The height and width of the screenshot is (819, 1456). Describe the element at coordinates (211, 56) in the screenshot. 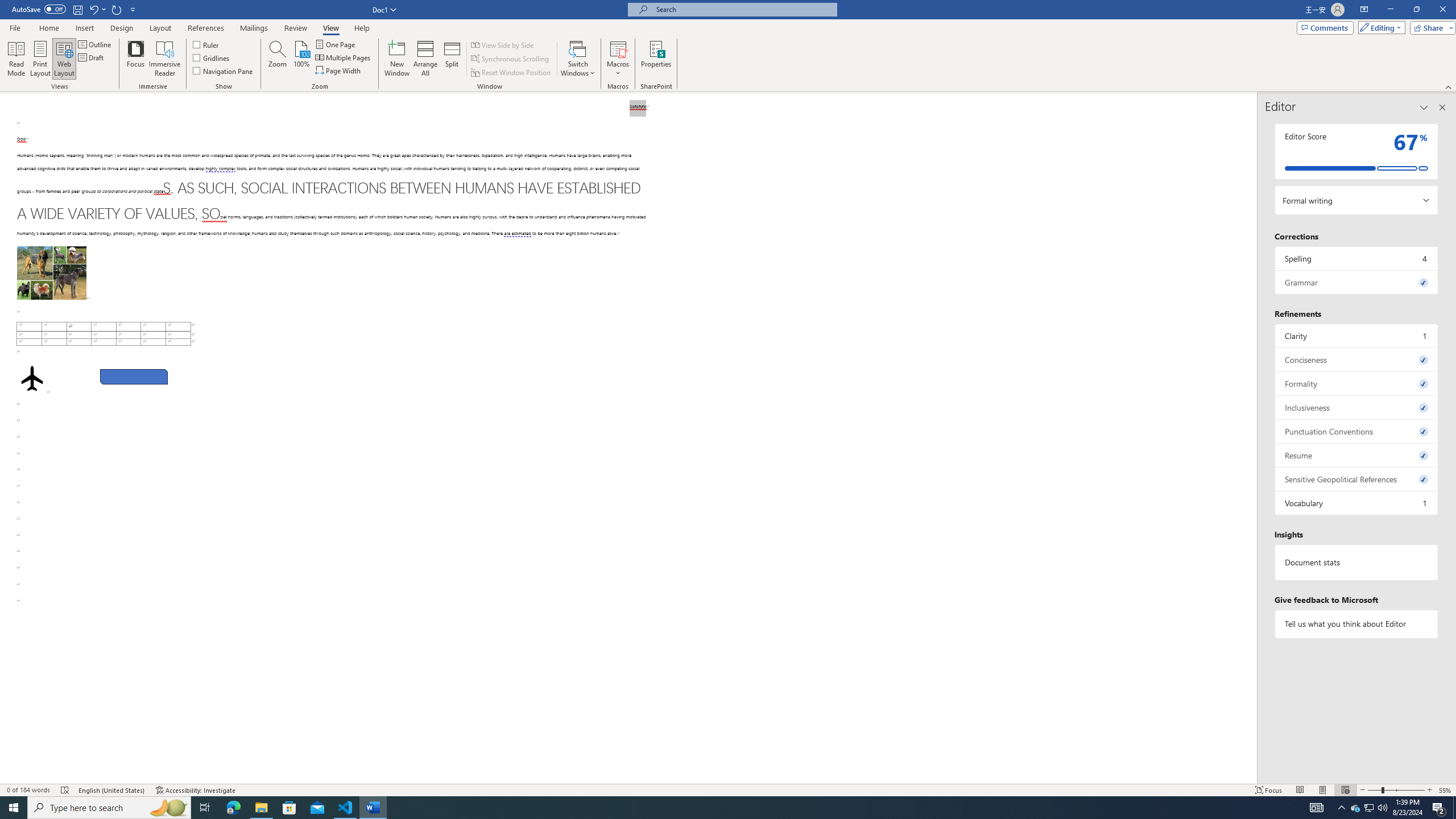

I see `'Gridlines'` at that location.